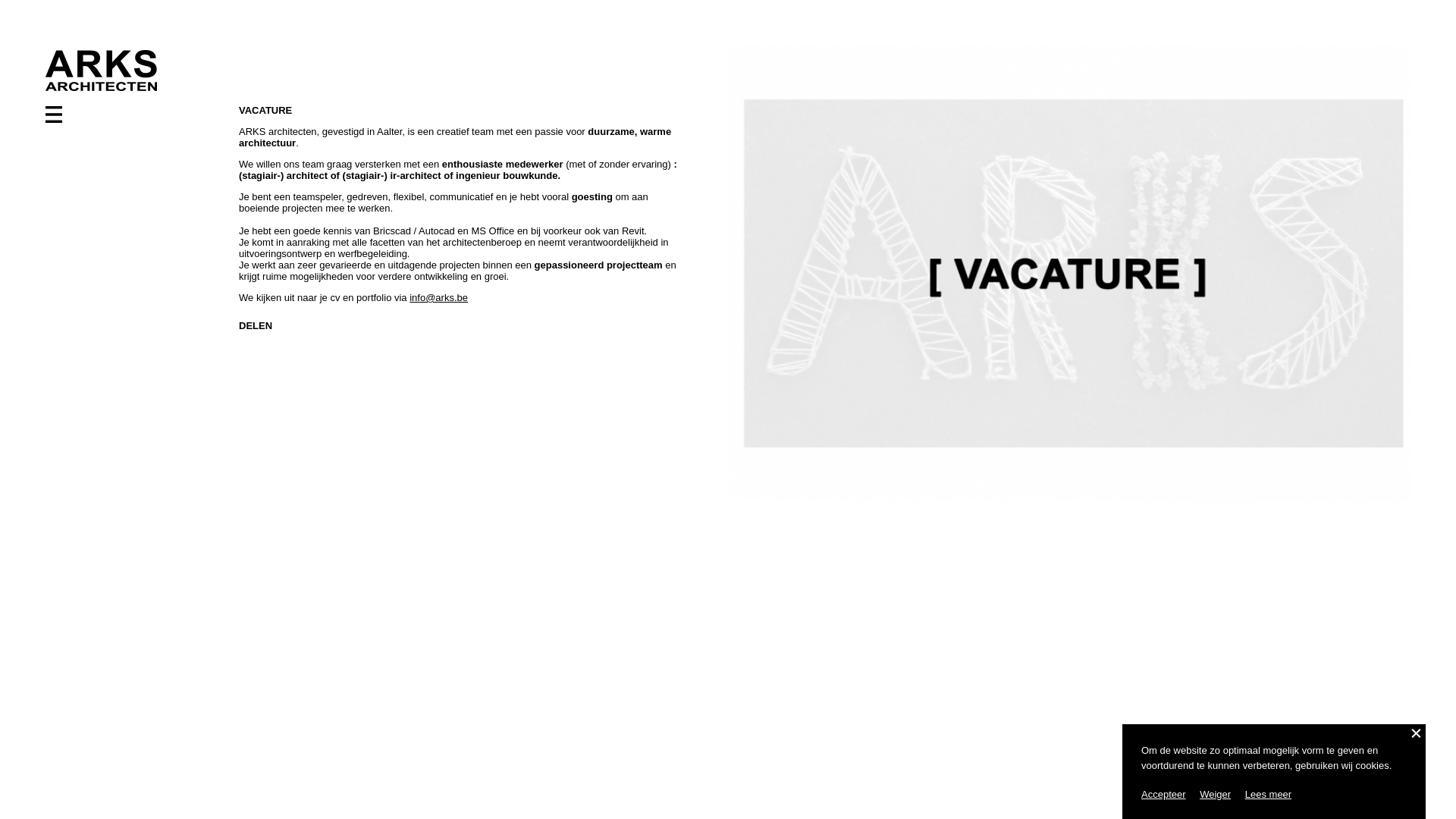 The width and height of the screenshot is (1456, 819). I want to click on 'Accepteer', so click(1163, 793).